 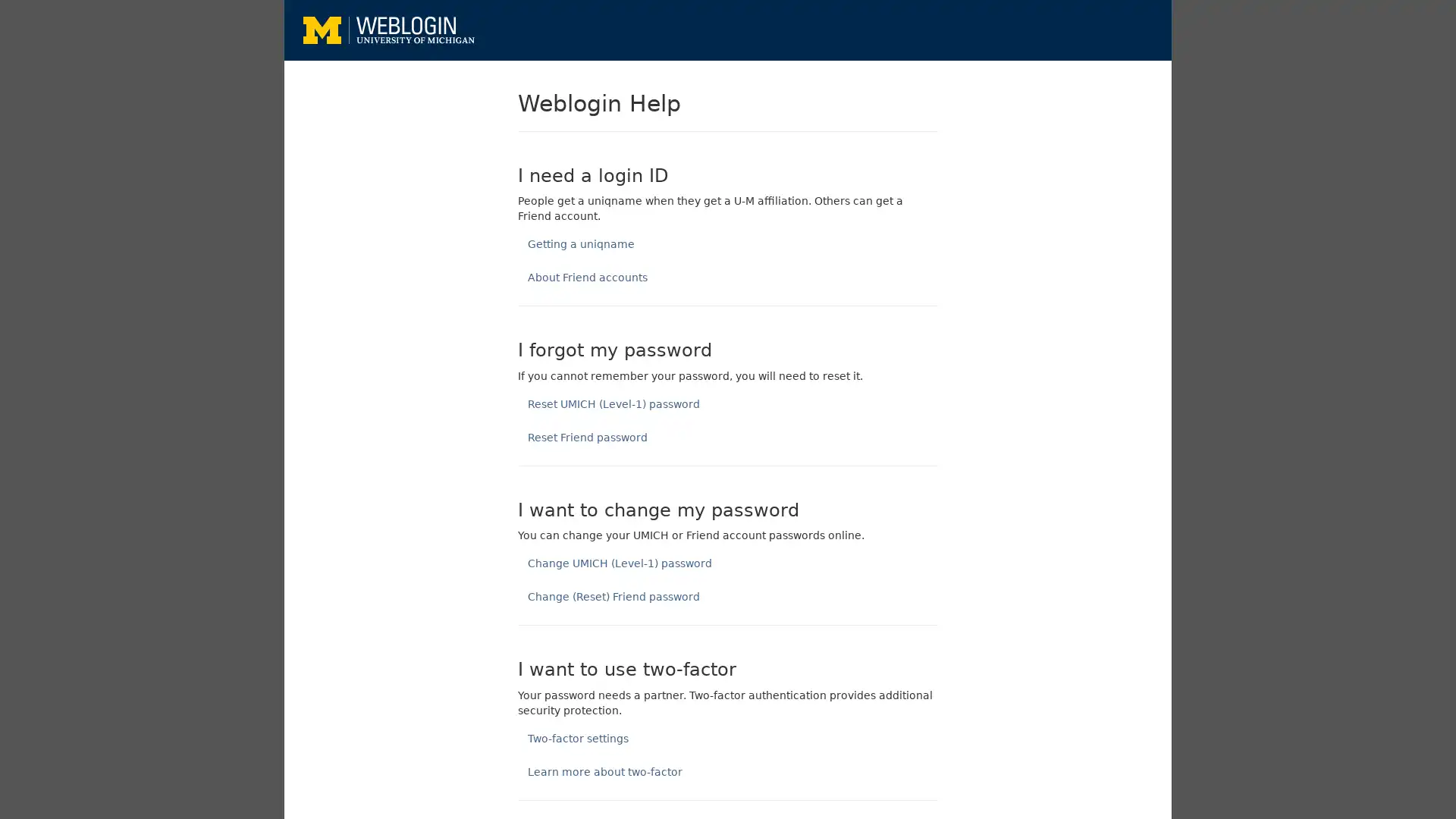 What do you see at coordinates (613, 595) in the screenshot?
I see `Change (Reset) Friend password` at bounding box center [613, 595].